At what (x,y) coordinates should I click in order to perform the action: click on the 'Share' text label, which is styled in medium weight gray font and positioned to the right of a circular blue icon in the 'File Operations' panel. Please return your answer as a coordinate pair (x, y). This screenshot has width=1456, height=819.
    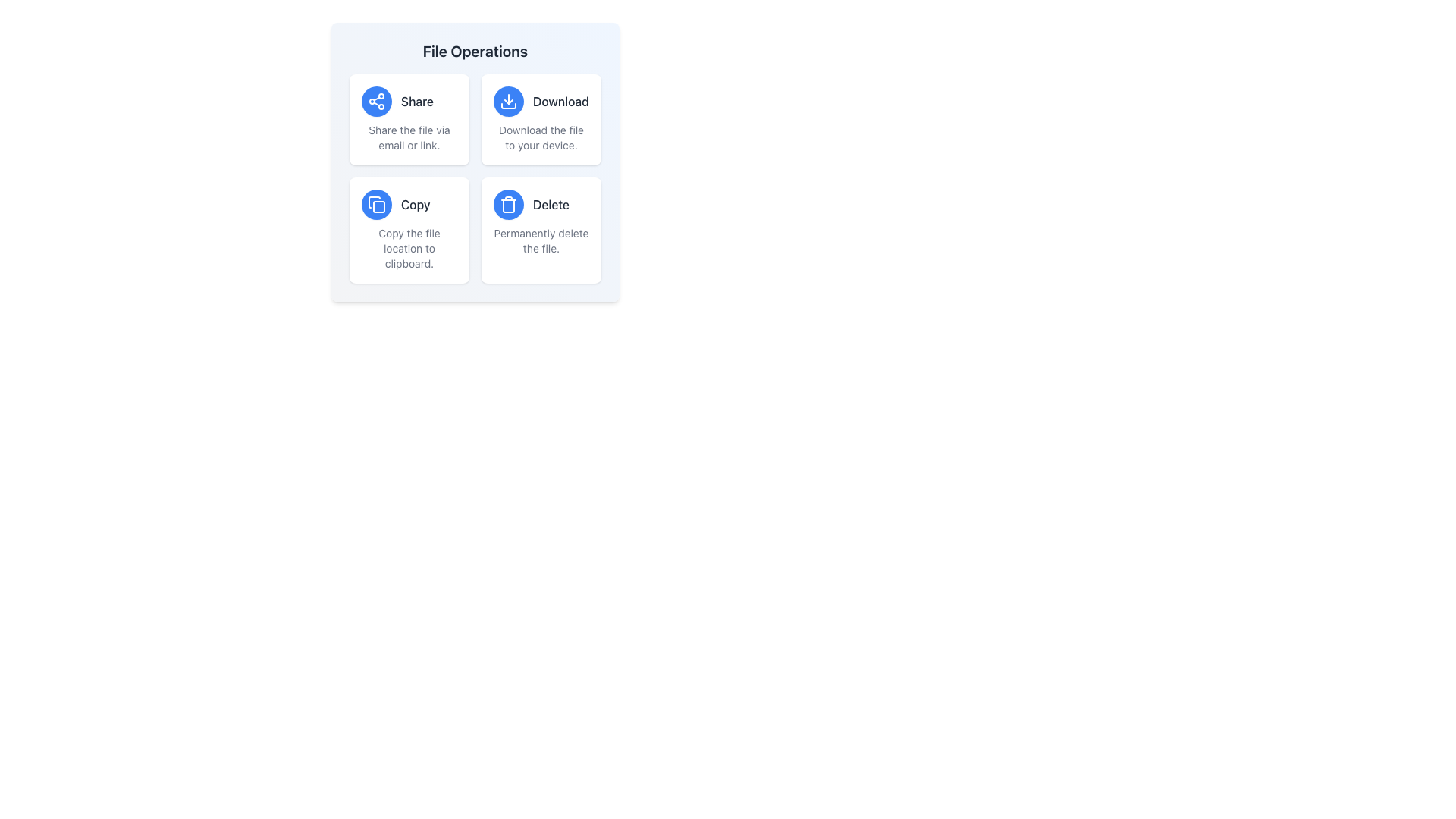
    Looking at the image, I should click on (417, 102).